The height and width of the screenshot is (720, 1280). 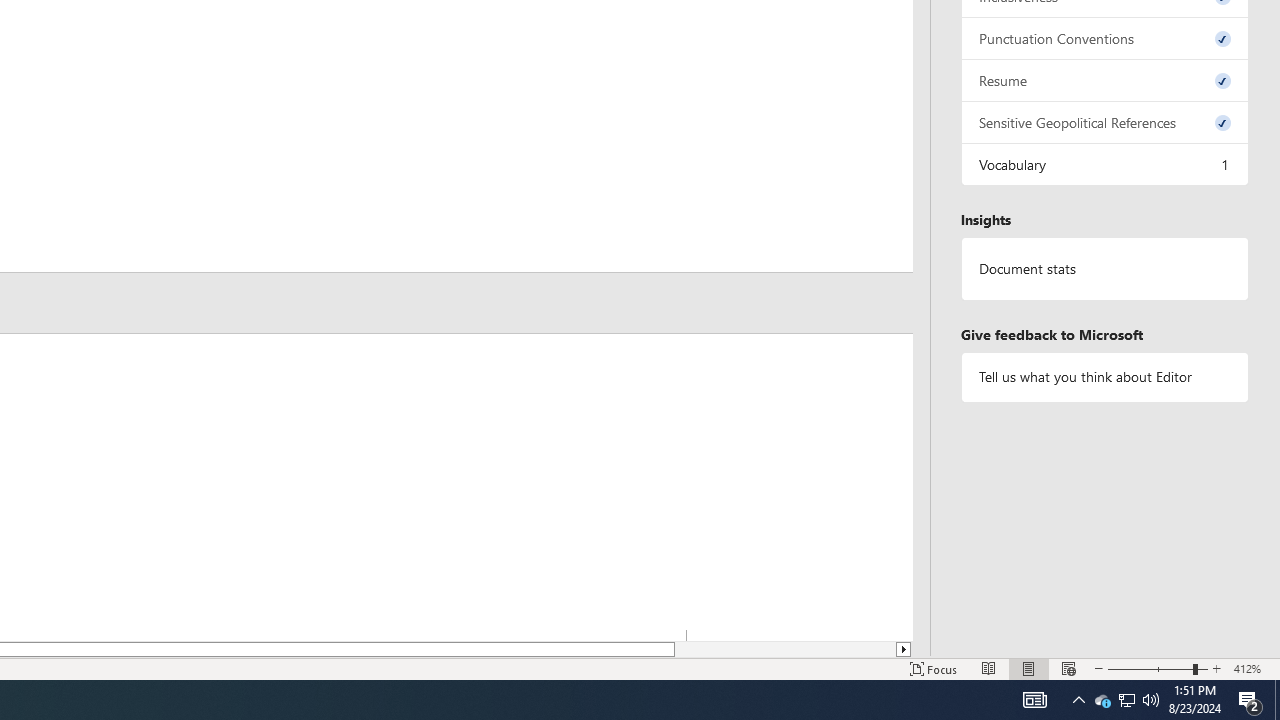 What do you see at coordinates (1104, 79) in the screenshot?
I see `'Resume, 0 issues. Press space or enter to review items.'` at bounding box center [1104, 79].